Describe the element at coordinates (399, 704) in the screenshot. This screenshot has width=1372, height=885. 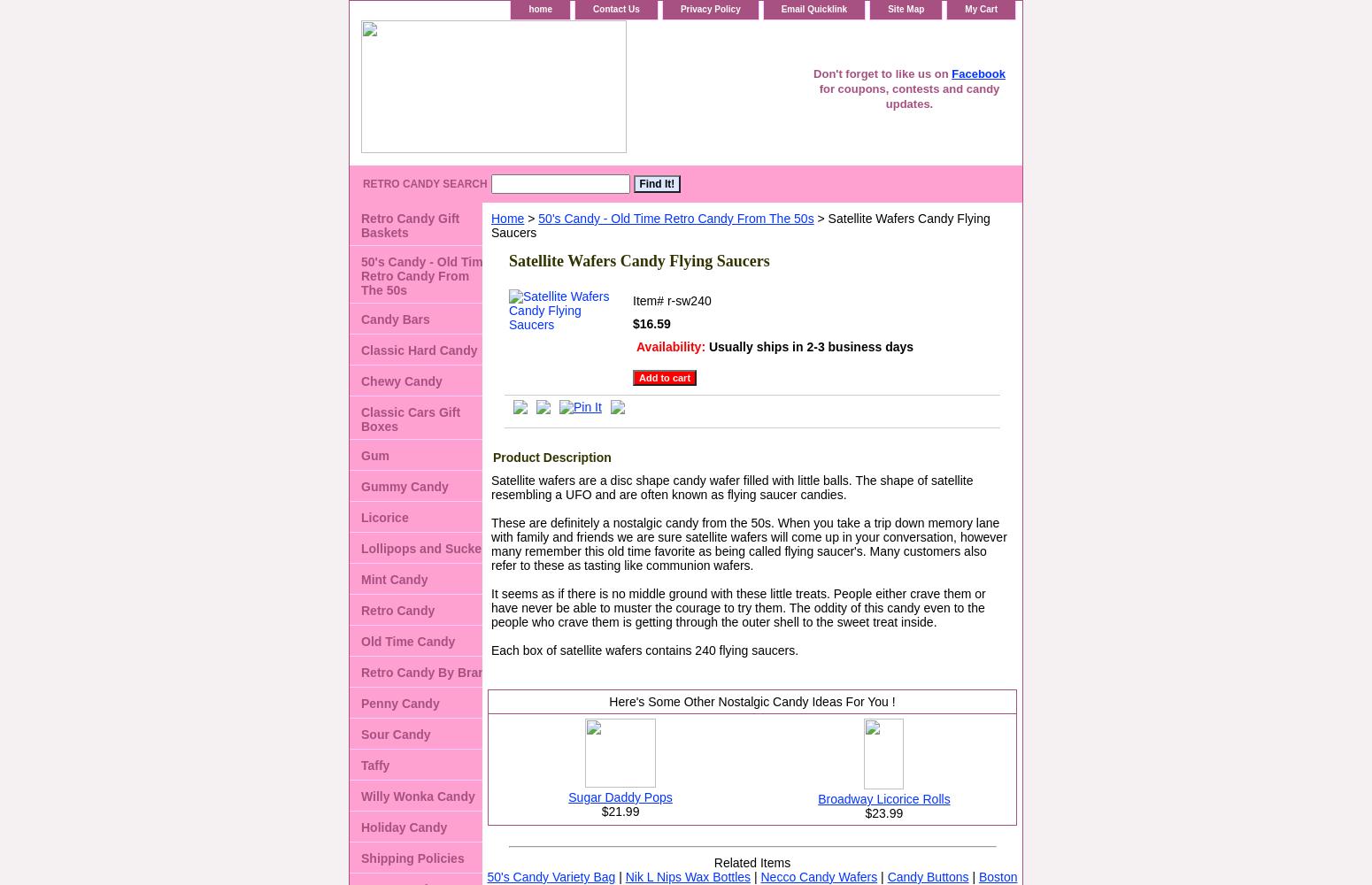
I see `'Penny Candy'` at that location.